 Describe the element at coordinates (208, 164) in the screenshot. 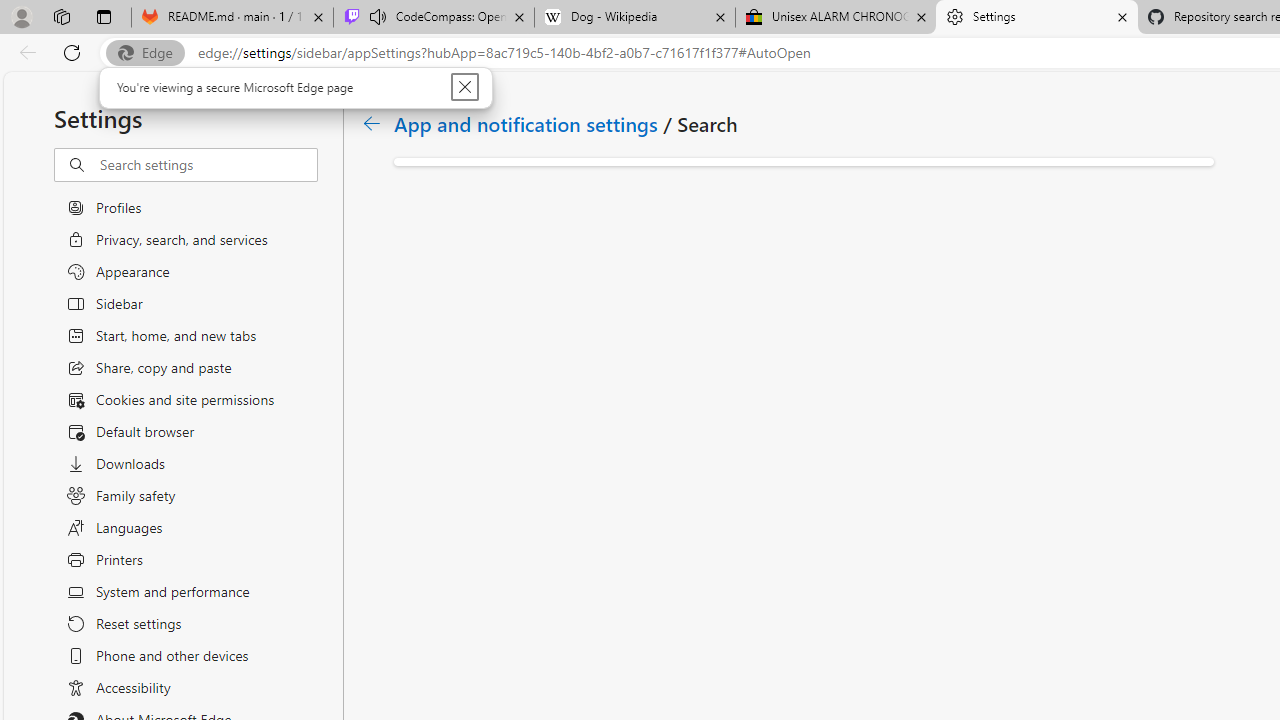

I see `'Search settings'` at that location.